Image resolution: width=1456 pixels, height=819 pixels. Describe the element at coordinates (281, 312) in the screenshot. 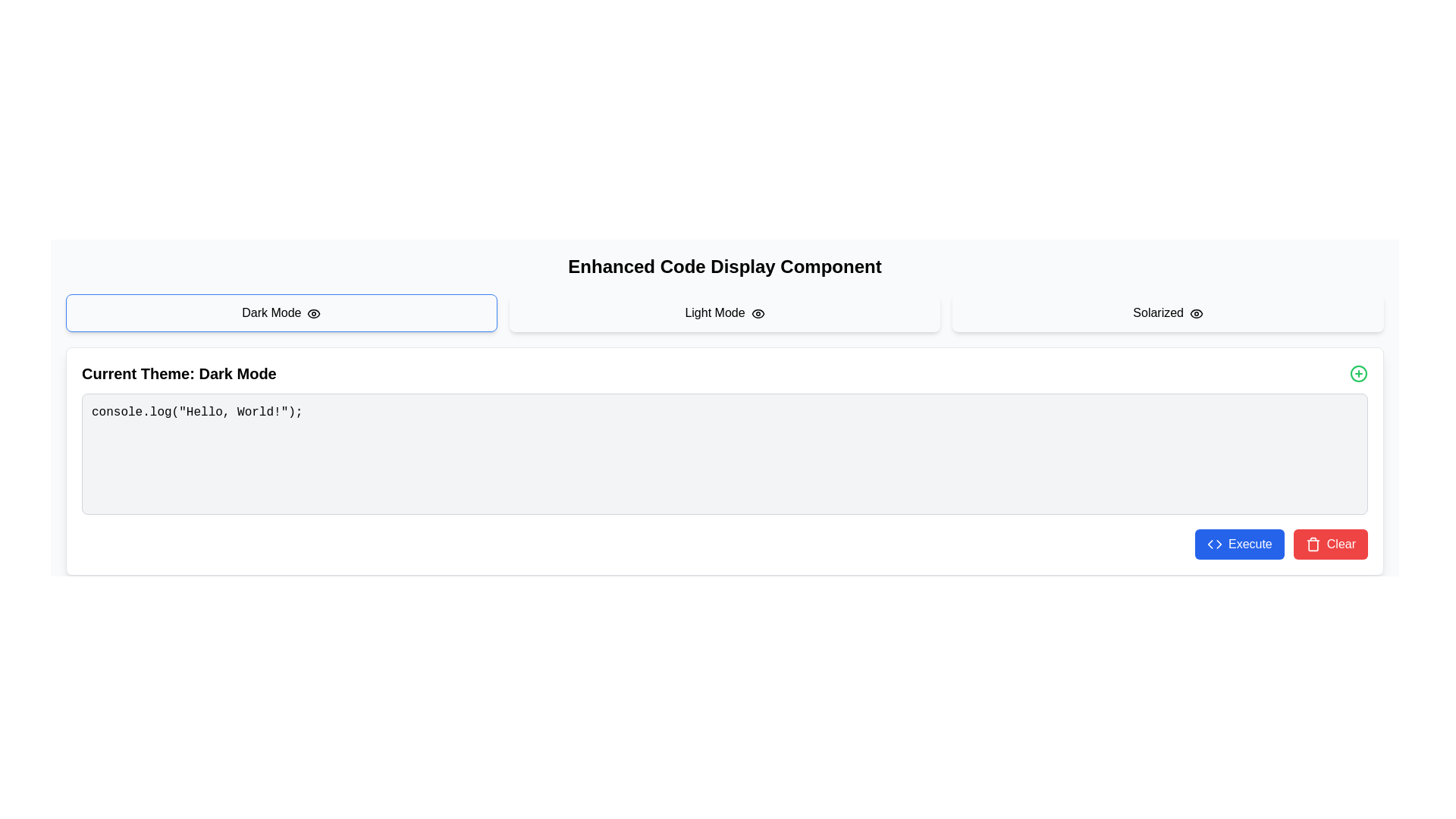

I see `the theme toggle button, which is located in the first column of a three-column layout` at that location.